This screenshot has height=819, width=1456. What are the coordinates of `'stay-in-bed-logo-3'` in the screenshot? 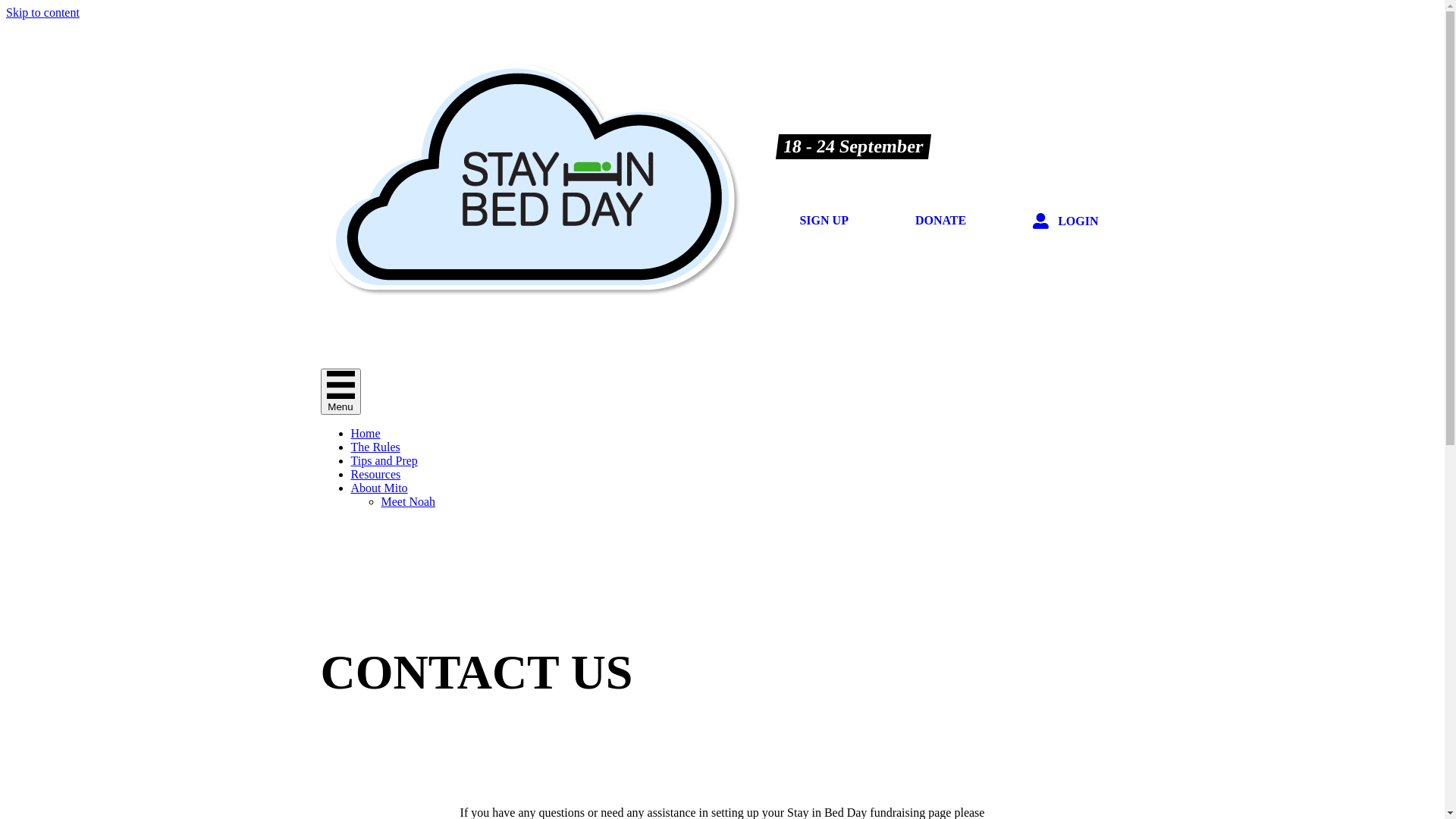 It's located at (531, 177).